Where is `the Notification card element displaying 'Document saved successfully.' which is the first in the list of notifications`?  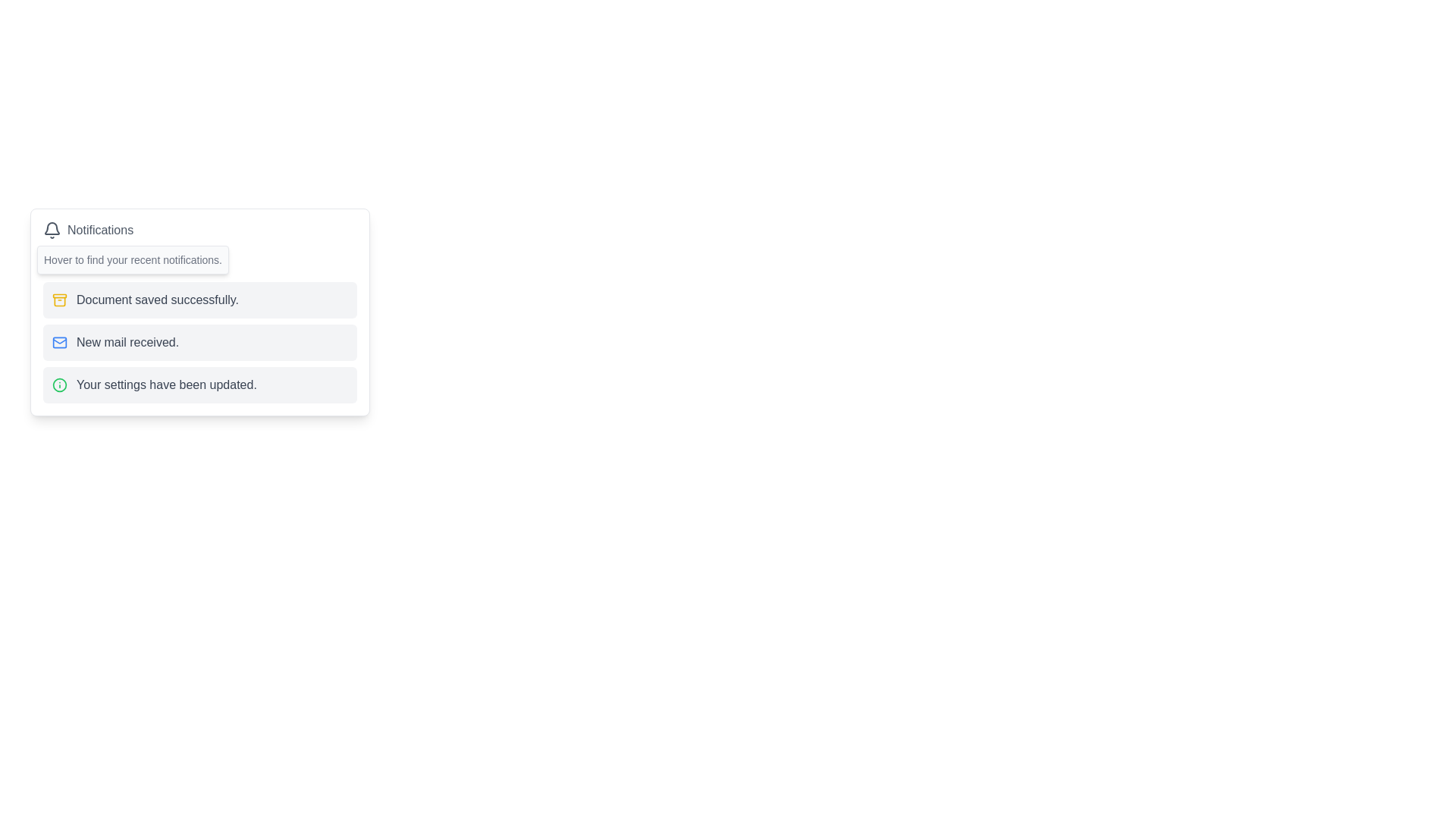 the Notification card element displaying 'Document saved successfully.' which is the first in the list of notifications is located at coordinates (199, 300).